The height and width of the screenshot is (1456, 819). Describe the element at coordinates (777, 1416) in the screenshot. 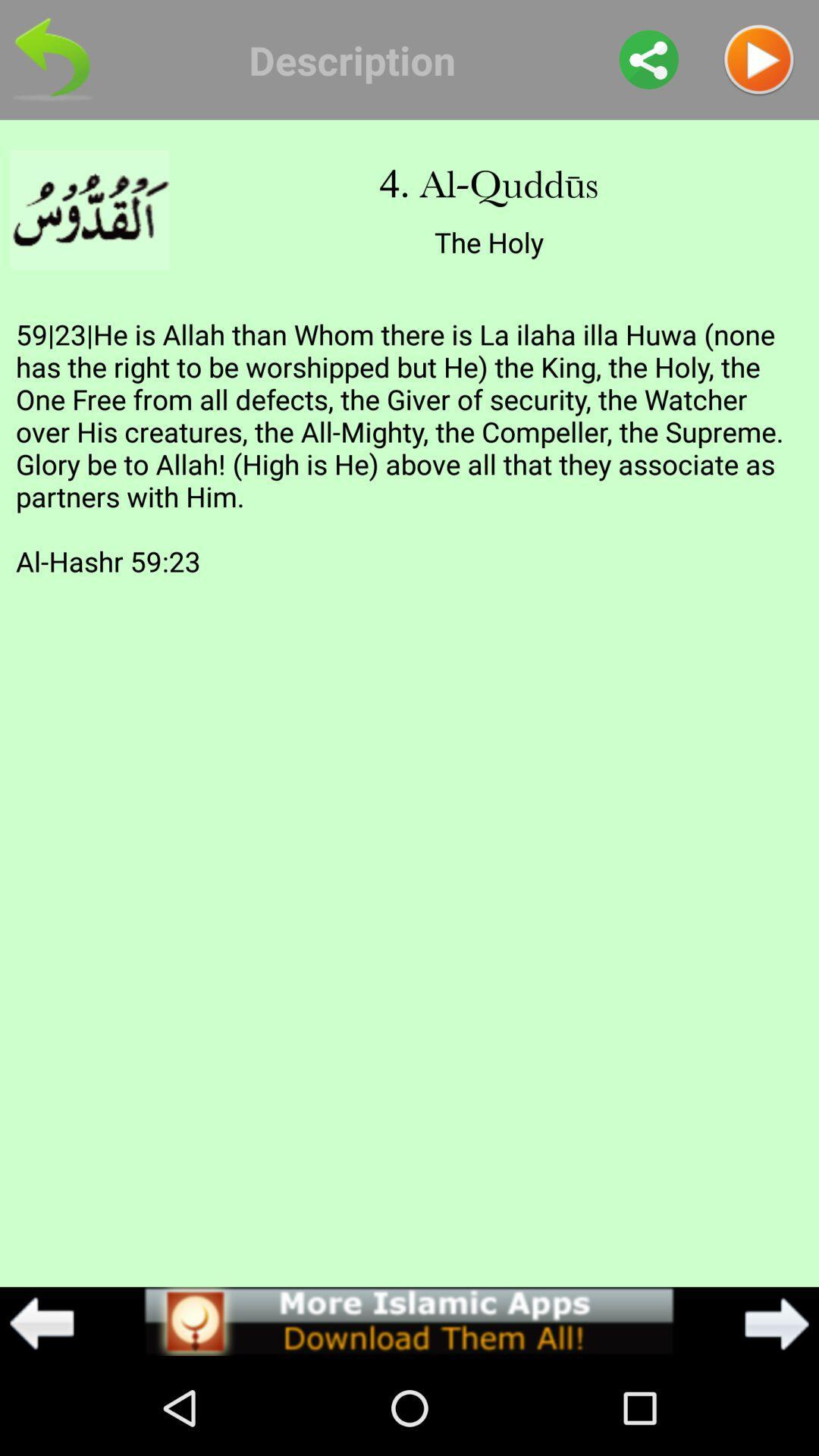

I see `the arrow_forward icon` at that location.